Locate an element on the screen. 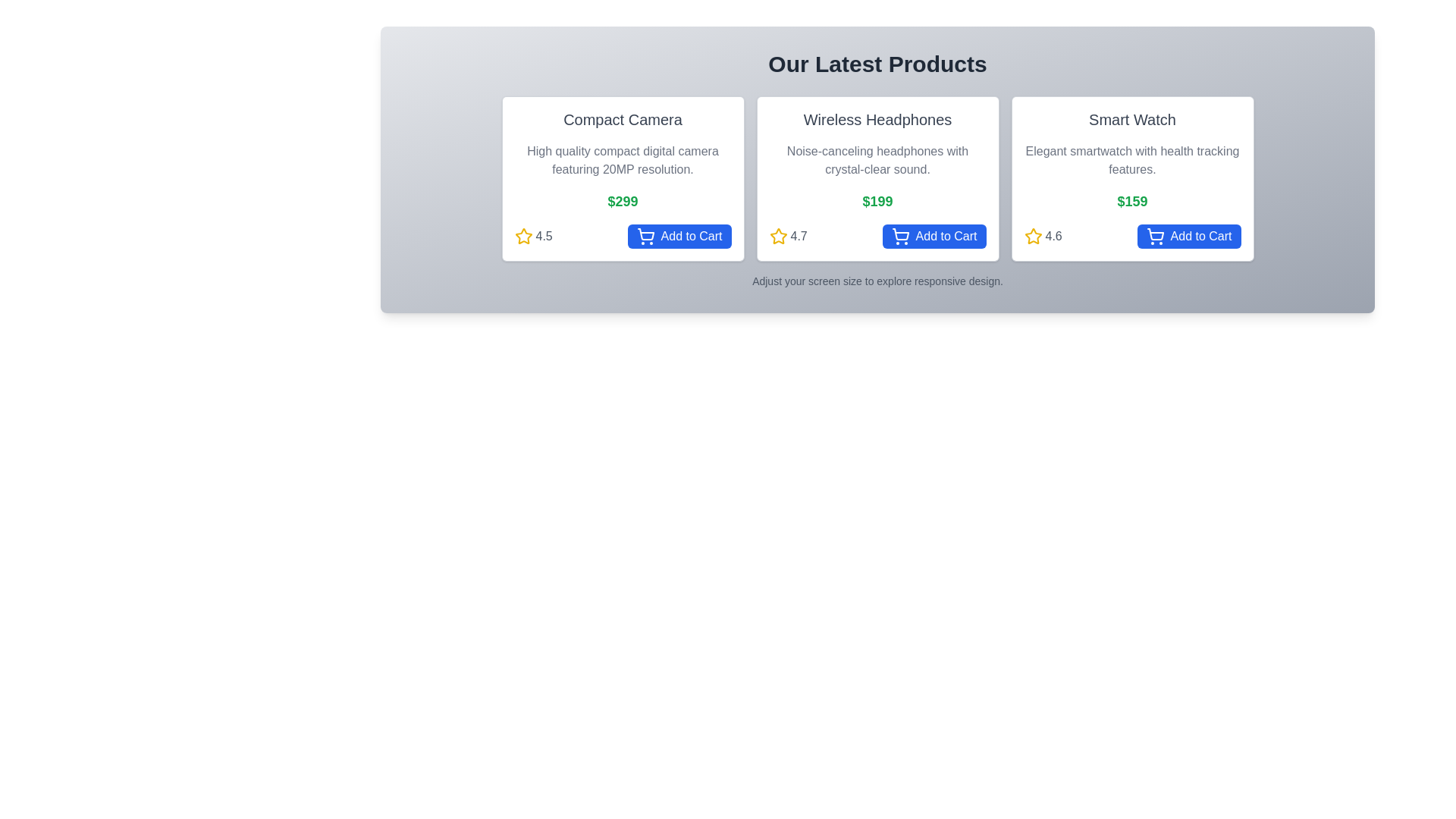 This screenshot has height=819, width=1456. the yellow star icon adjacent to the rating number for 'Wireless Headphones' is located at coordinates (778, 236).